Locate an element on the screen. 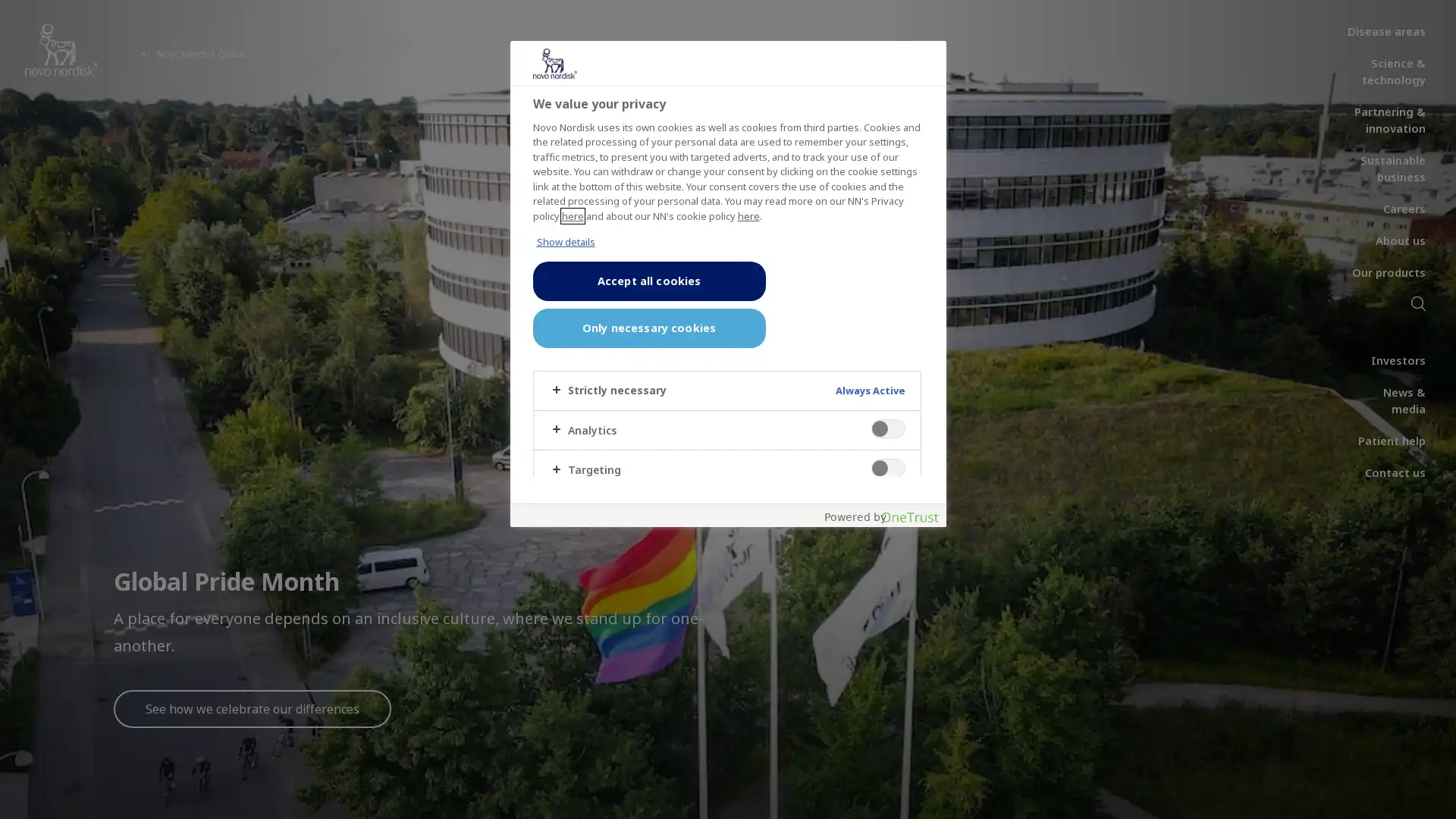  See how we celebrate our differences is located at coordinates (252, 708).